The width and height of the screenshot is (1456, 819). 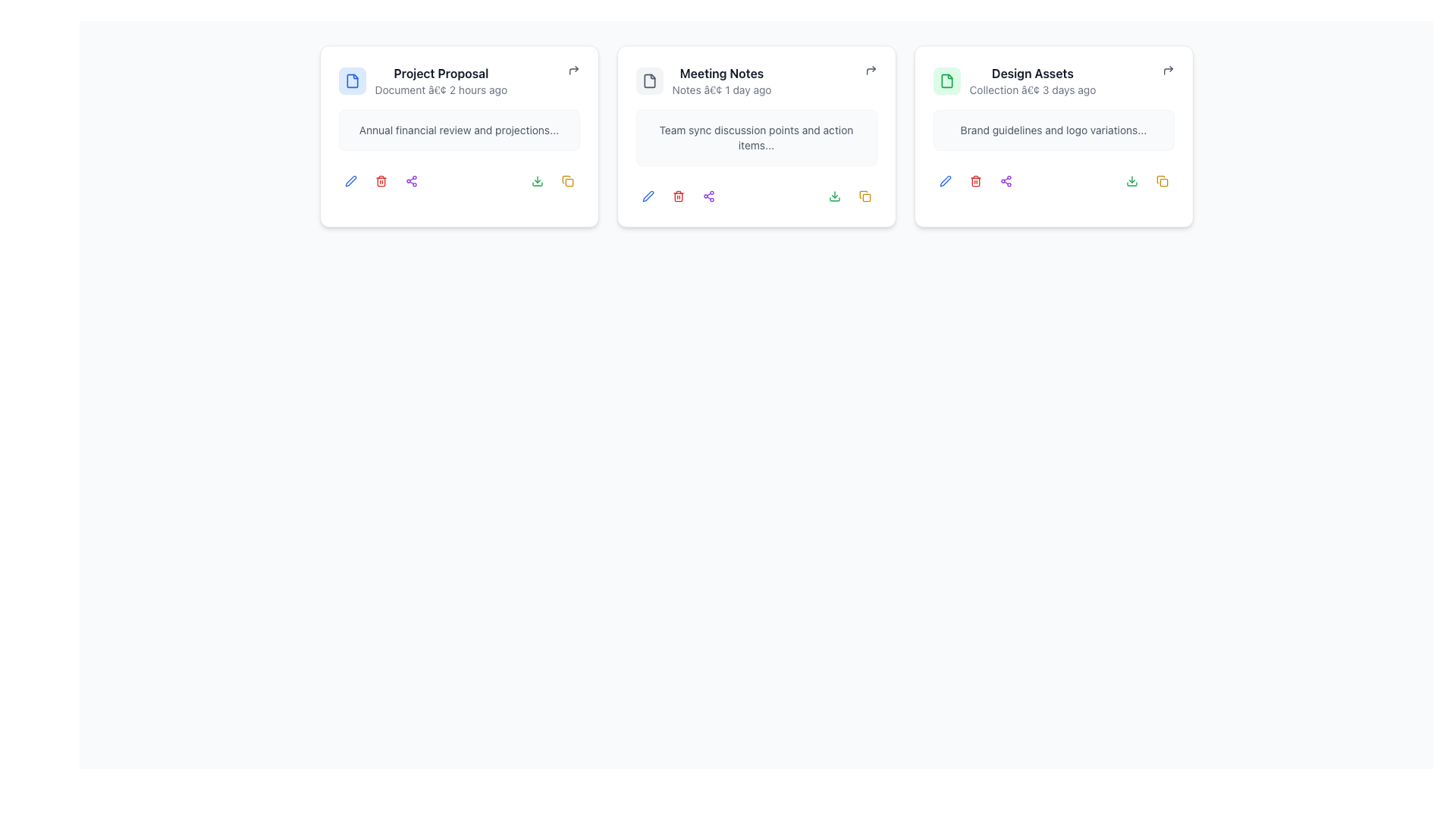 I want to click on the red trash can icon button located beneath the card titled 'Design Assets', which is the second icon from the left in a row of action buttons, so click(x=975, y=180).